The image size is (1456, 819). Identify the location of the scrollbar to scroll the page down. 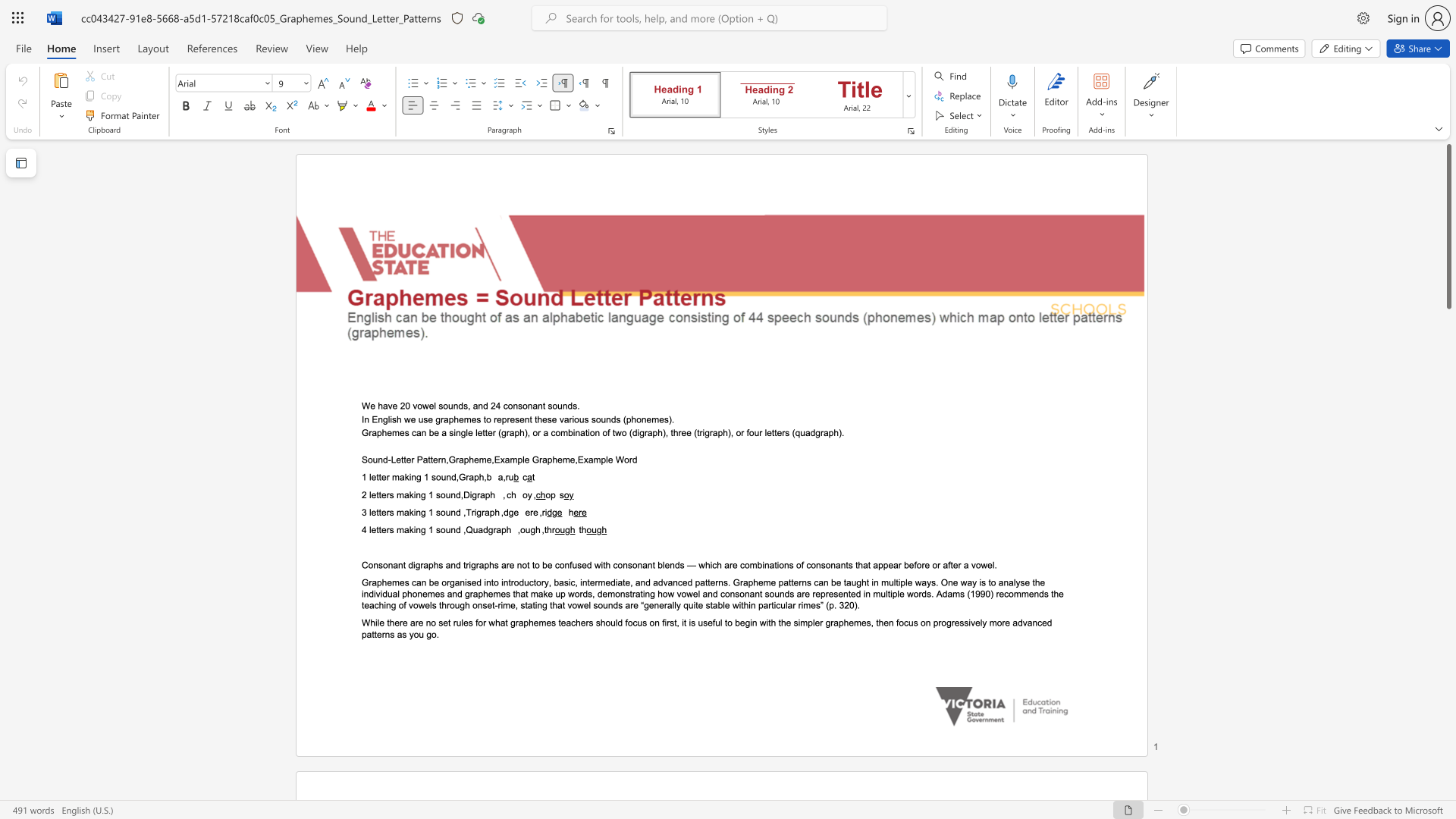
(1448, 651).